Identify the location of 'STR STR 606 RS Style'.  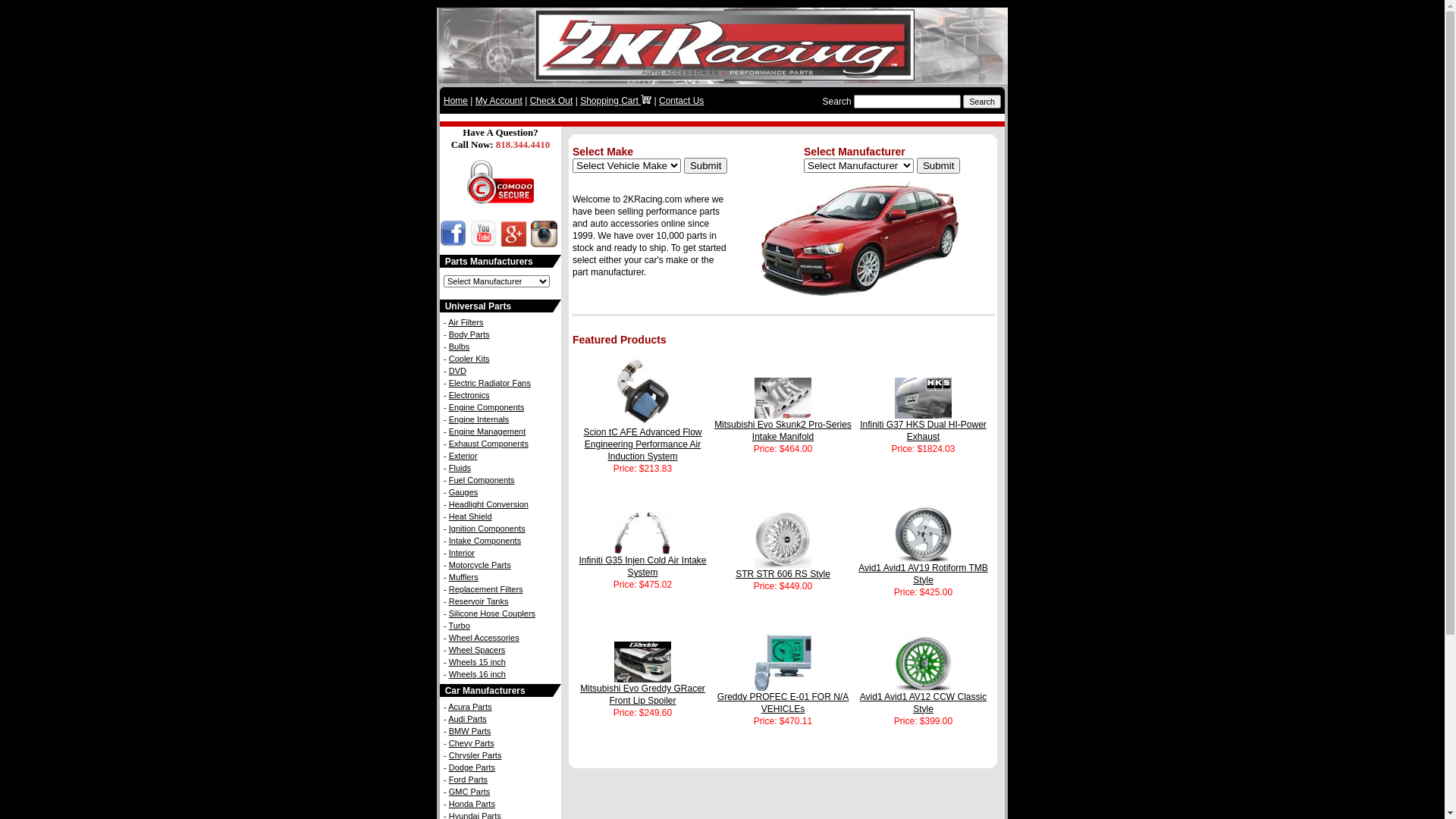
(783, 570).